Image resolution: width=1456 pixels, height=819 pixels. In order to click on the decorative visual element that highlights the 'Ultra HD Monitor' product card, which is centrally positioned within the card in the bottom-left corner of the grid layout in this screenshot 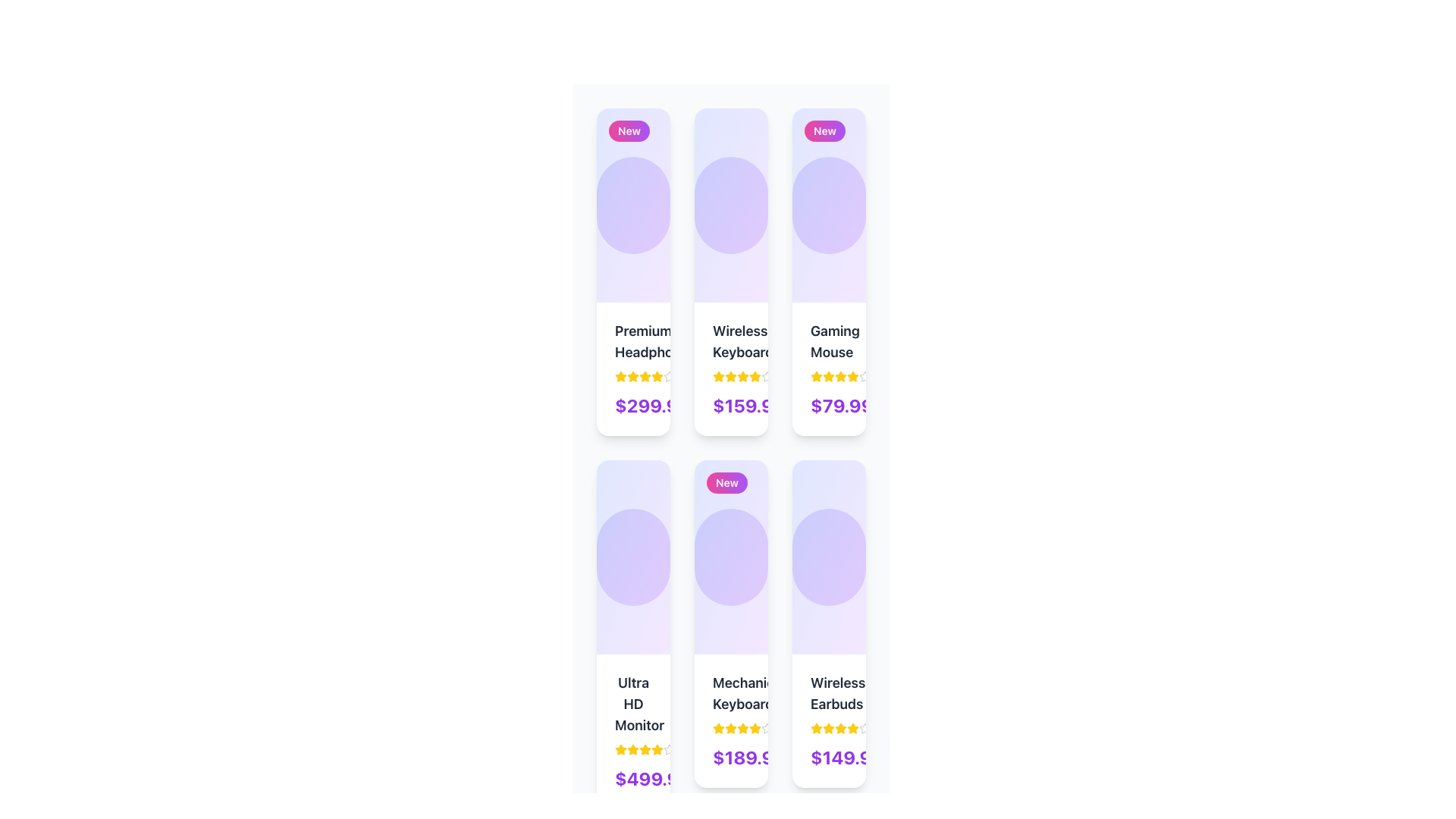, I will do `click(633, 557)`.